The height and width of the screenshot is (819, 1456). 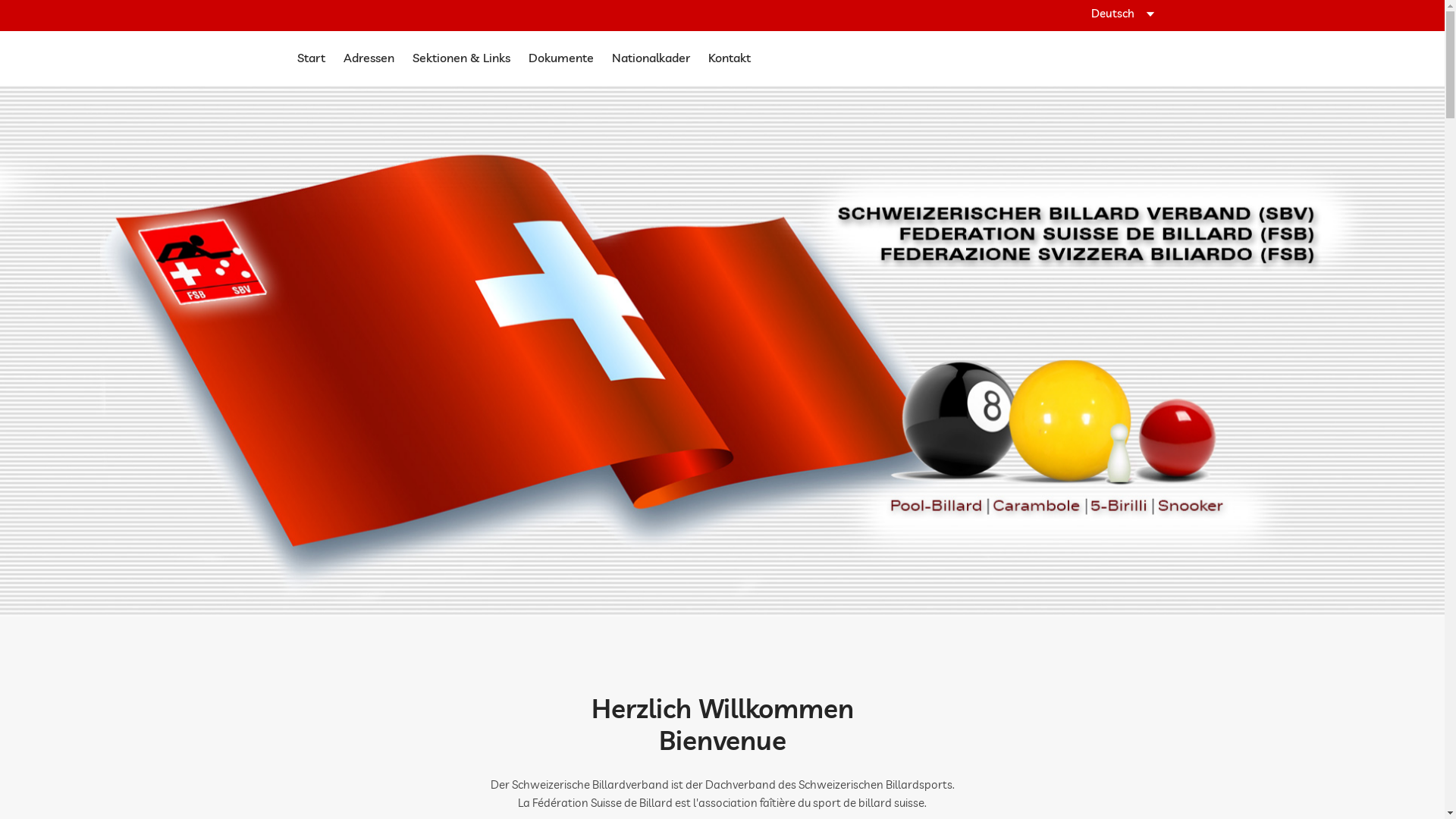 I want to click on 'Kontakt', so click(x=729, y=58).